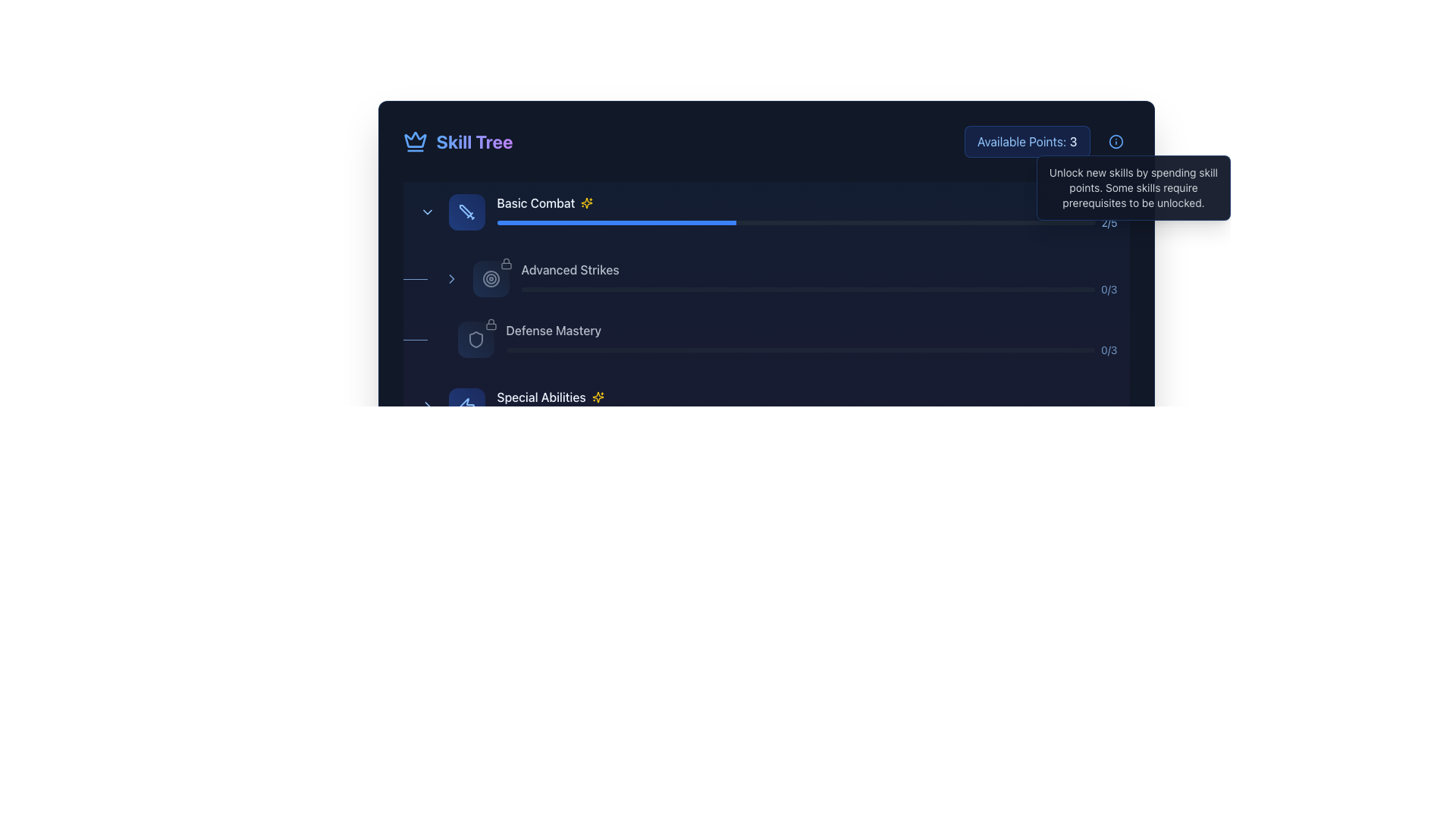  What do you see at coordinates (778, 278) in the screenshot?
I see `the skill entry labeled 'Advanced Strikes' in the skill tree, which is locked and shows progress '0/3', located under 'Basic Combat' and above 'Defense Mastery'` at bounding box center [778, 278].